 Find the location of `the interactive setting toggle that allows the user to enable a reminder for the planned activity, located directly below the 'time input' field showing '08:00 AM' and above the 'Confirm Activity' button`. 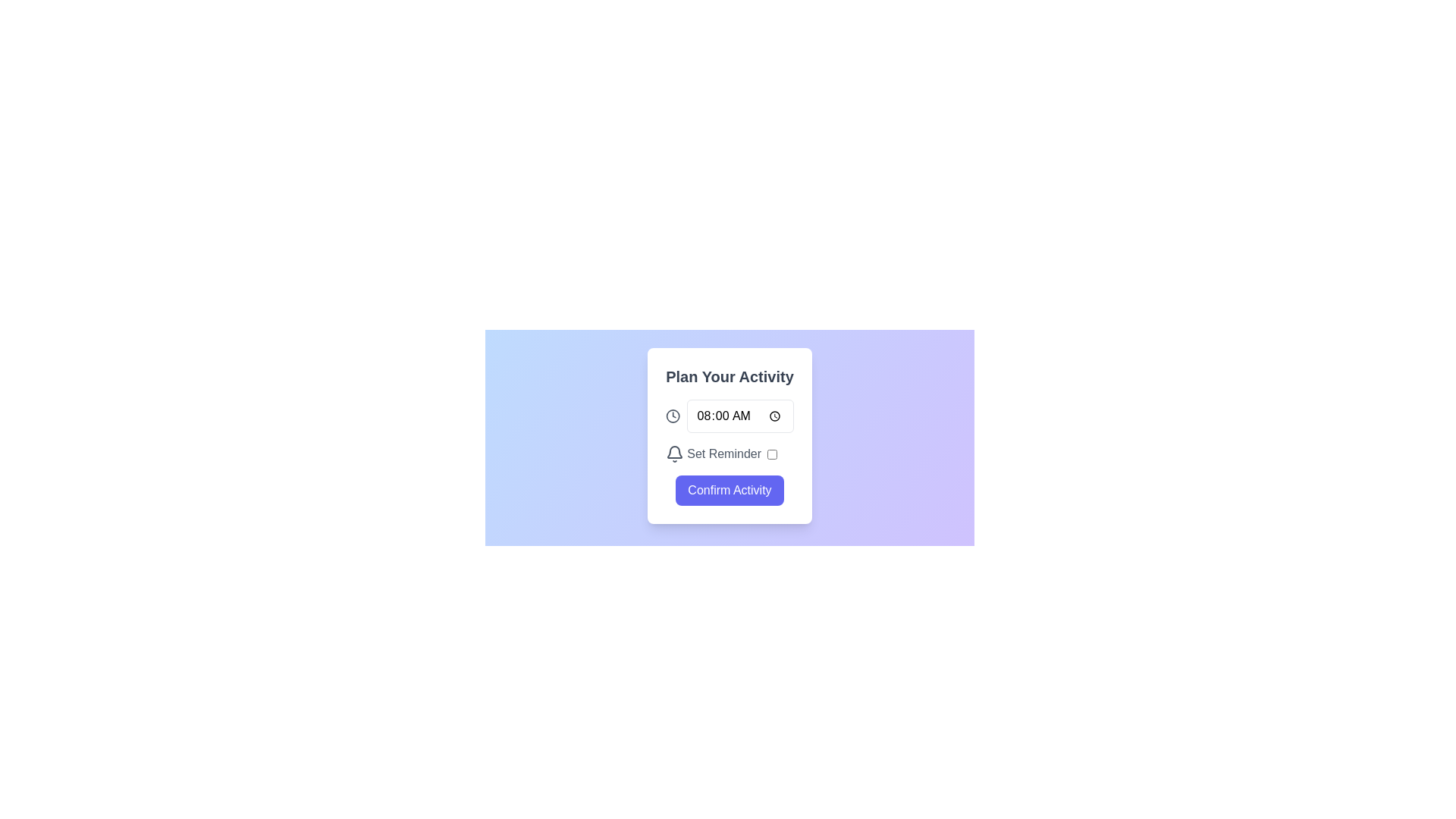

the interactive setting toggle that allows the user to enable a reminder for the planned activity, located directly below the 'time input' field showing '08:00 AM' and above the 'Confirm Activity' button is located at coordinates (730, 453).